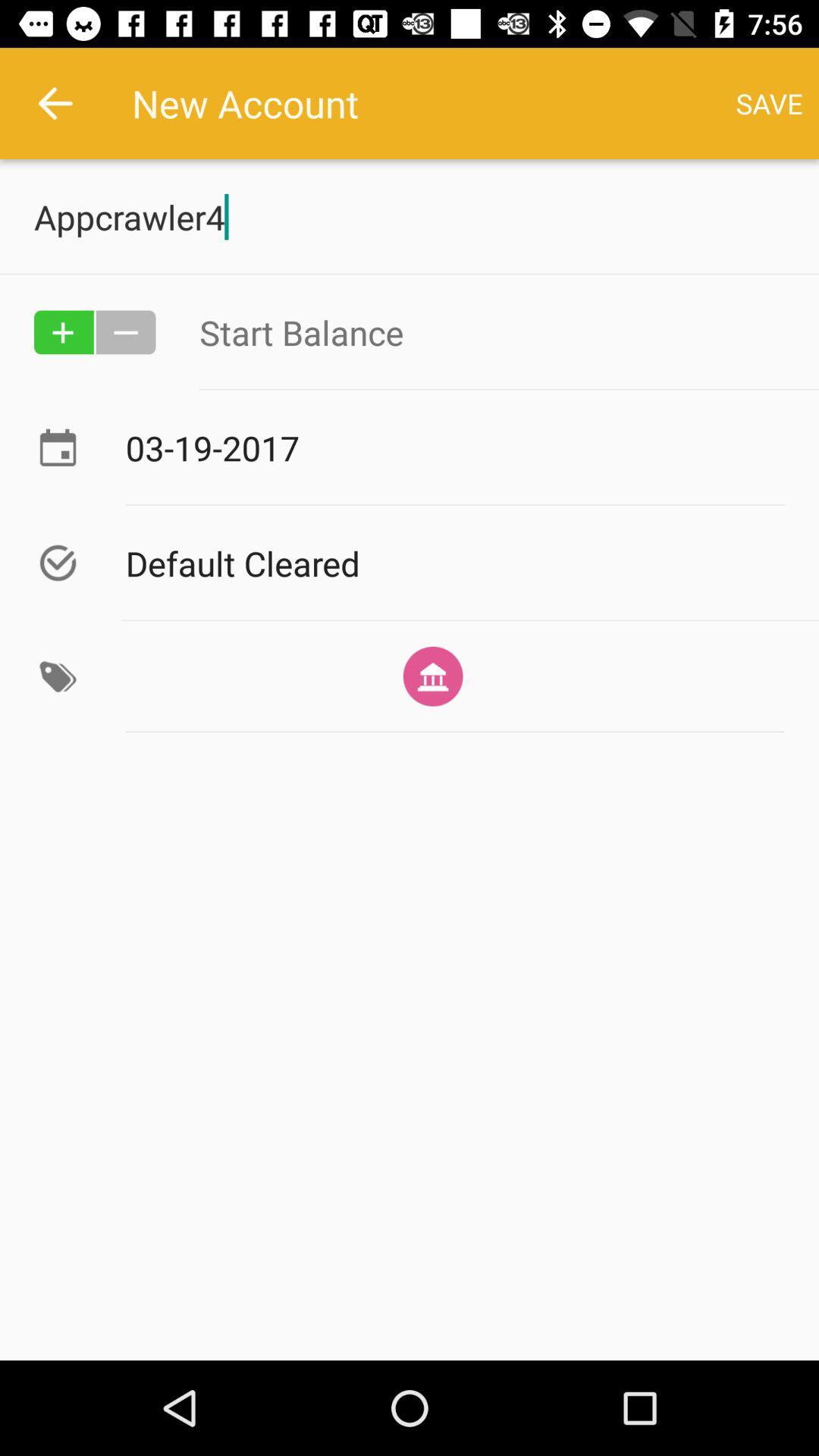 This screenshot has height=1456, width=819. I want to click on calendar button, so click(57, 447).